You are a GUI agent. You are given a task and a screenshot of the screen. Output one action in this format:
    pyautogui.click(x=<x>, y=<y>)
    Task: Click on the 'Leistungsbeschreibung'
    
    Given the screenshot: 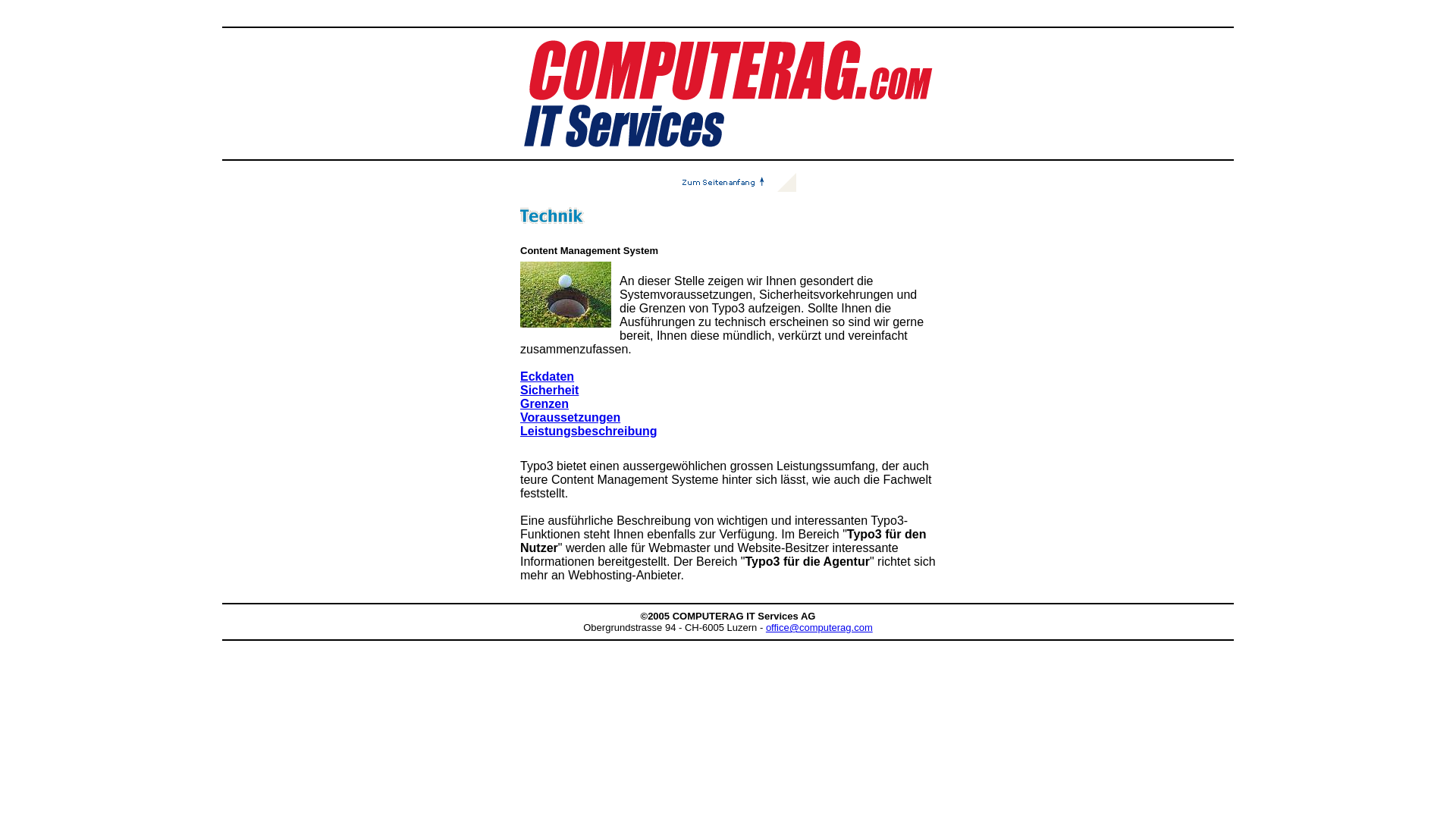 What is the action you would take?
    pyautogui.click(x=588, y=431)
    